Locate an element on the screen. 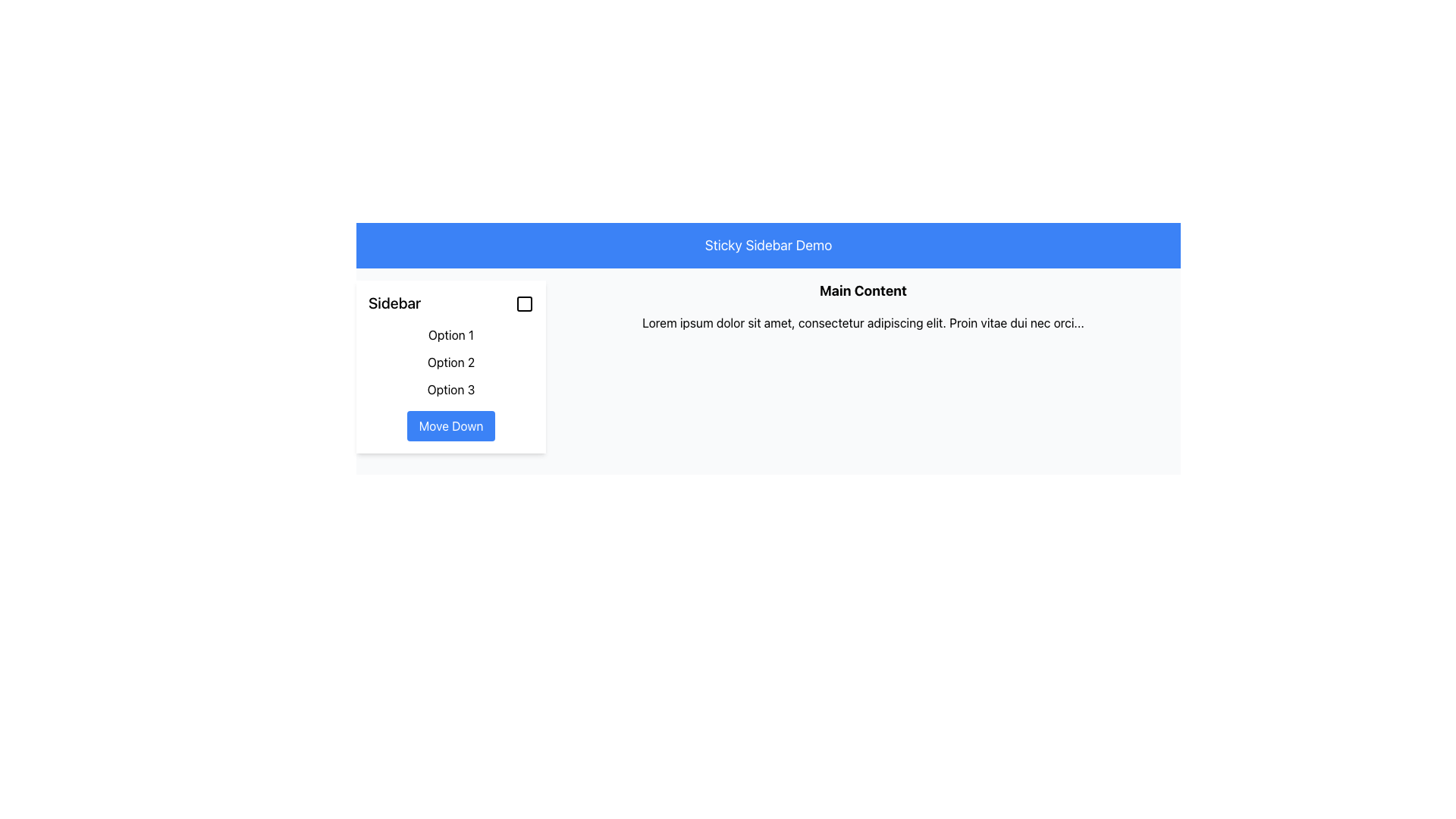 Image resolution: width=1456 pixels, height=819 pixels. the bold, black text heading labeled 'Main Content', which is centrally aligned at the top of the main content area is located at coordinates (863, 291).